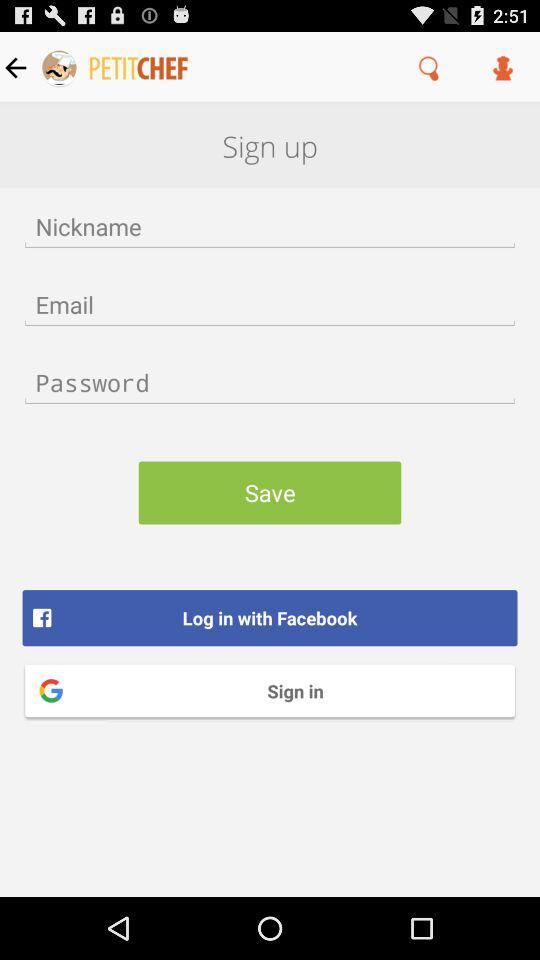 The width and height of the screenshot is (540, 960). What do you see at coordinates (270, 690) in the screenshot?
I see `the item below the log in with item` at bounding box center [270, 690].